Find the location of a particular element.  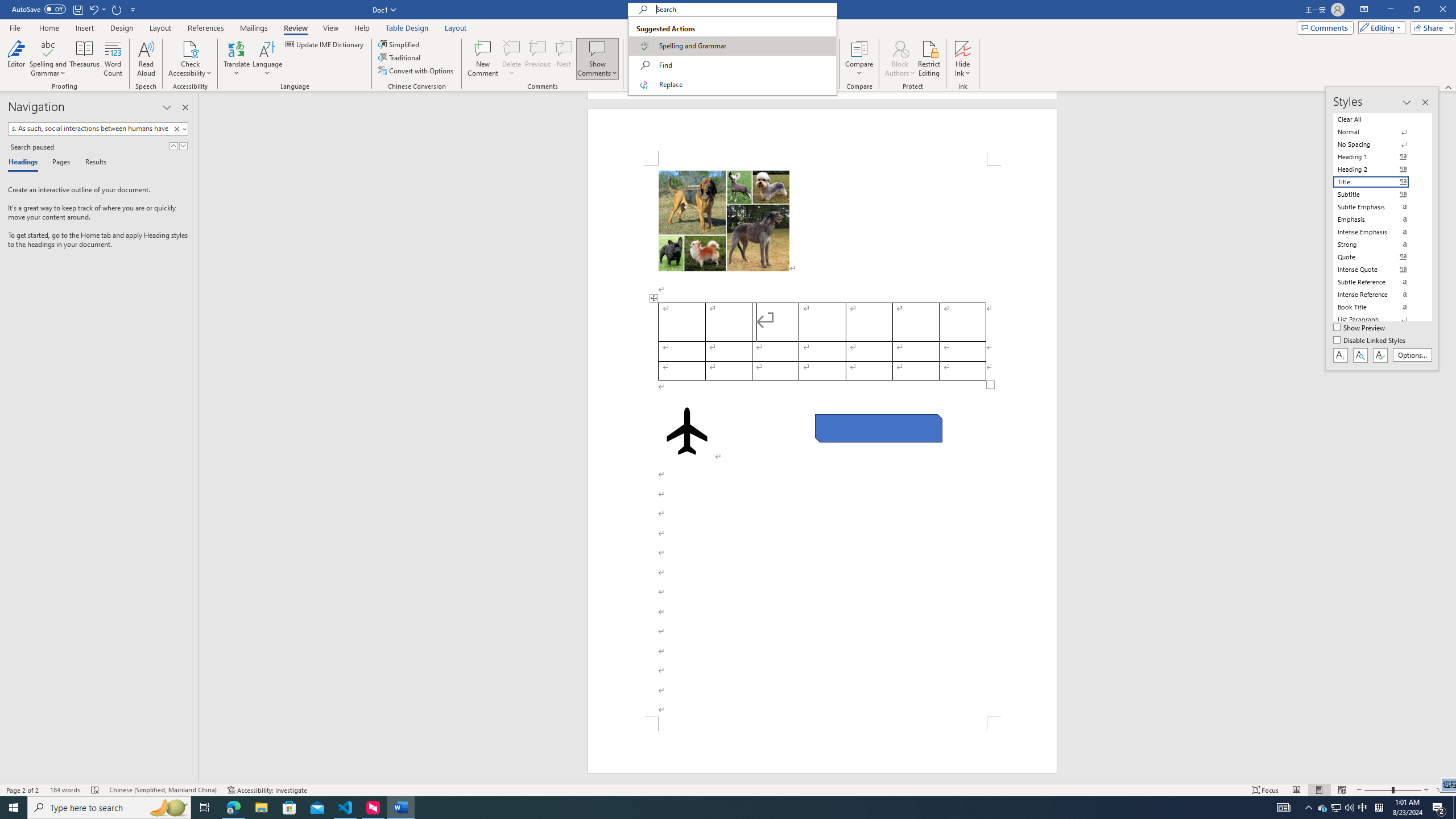

'Repeat Style' is located at coordinates (117, 9).